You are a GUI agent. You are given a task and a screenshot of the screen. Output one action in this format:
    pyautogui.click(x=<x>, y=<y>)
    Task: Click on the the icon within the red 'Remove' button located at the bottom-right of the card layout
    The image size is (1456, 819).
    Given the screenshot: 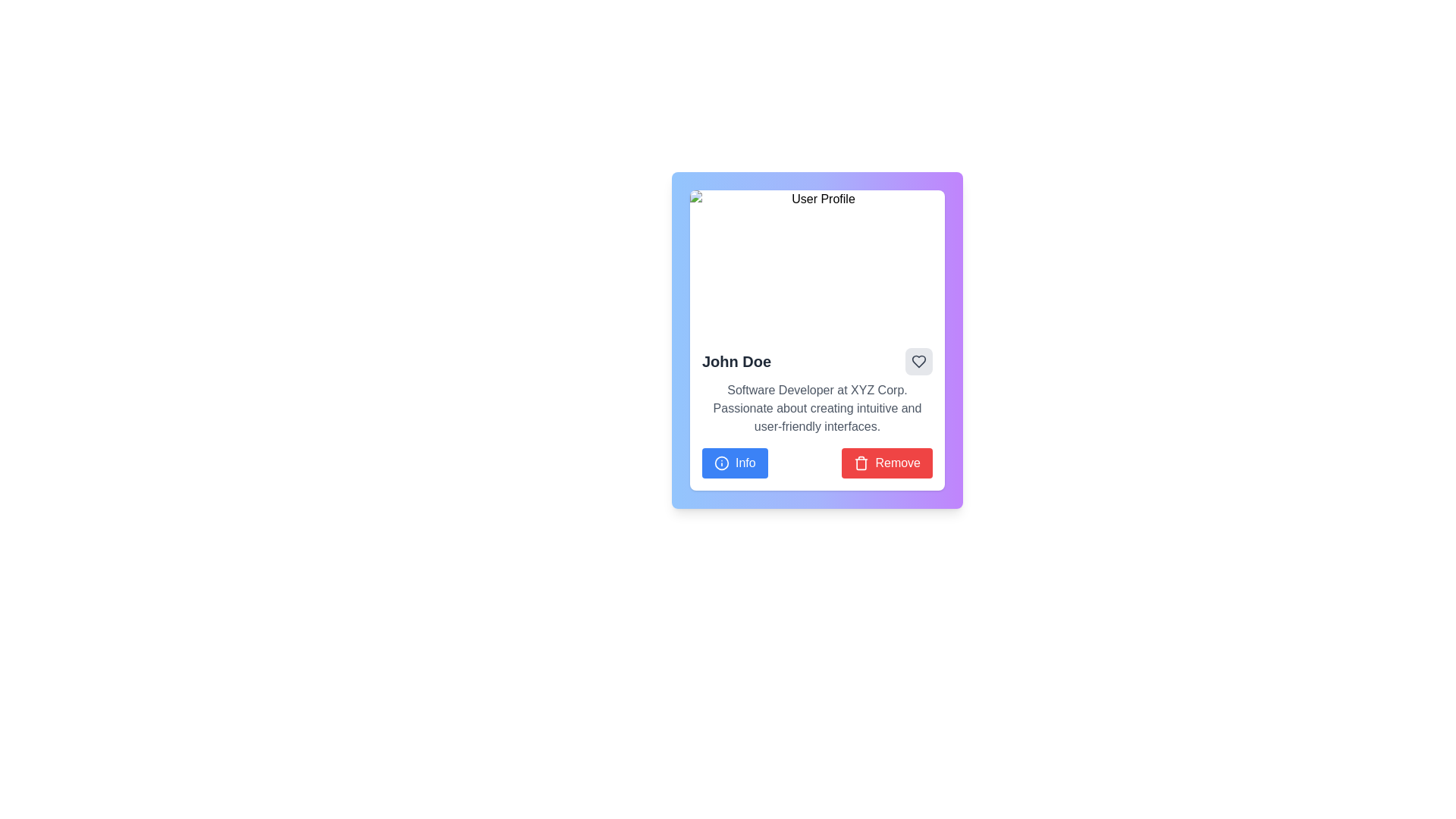 What is the action you would take?
    pyautogui.click(x=861, y=462)
    